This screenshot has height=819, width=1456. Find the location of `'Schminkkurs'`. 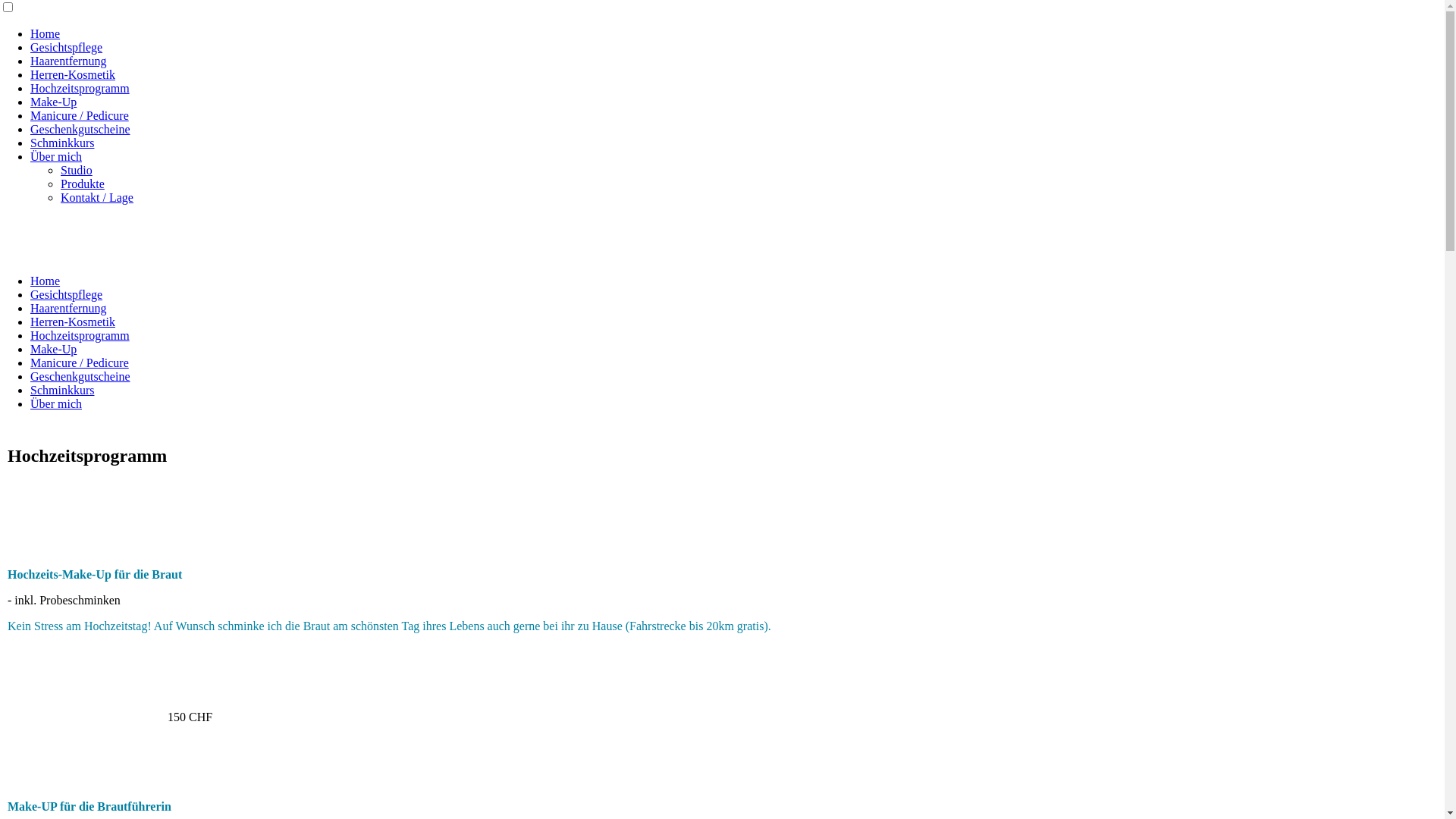

'Schminkkurs' is located at coordinates (30, 143).